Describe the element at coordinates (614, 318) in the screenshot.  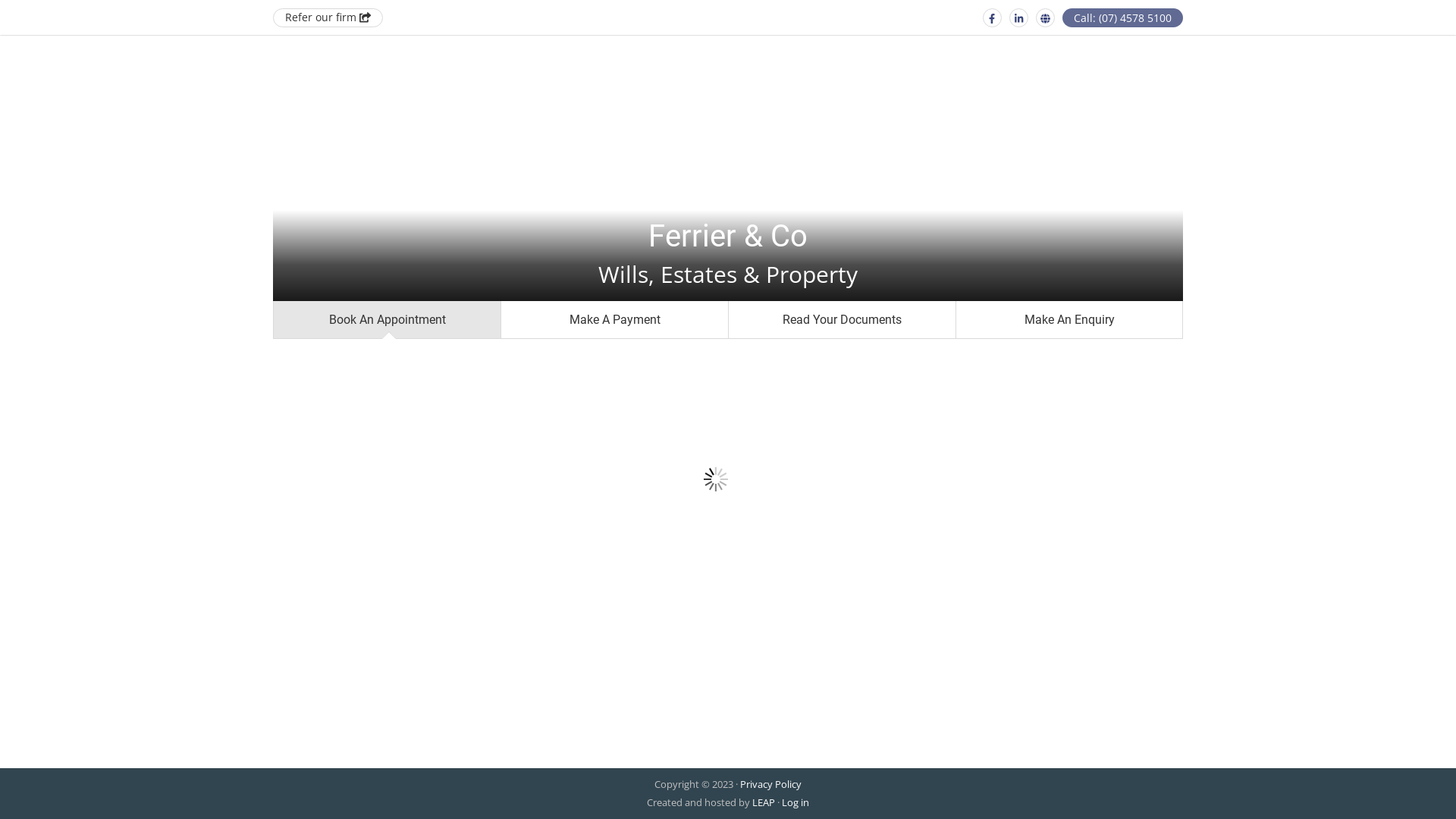
I see `'Make A Payment'` at that location.